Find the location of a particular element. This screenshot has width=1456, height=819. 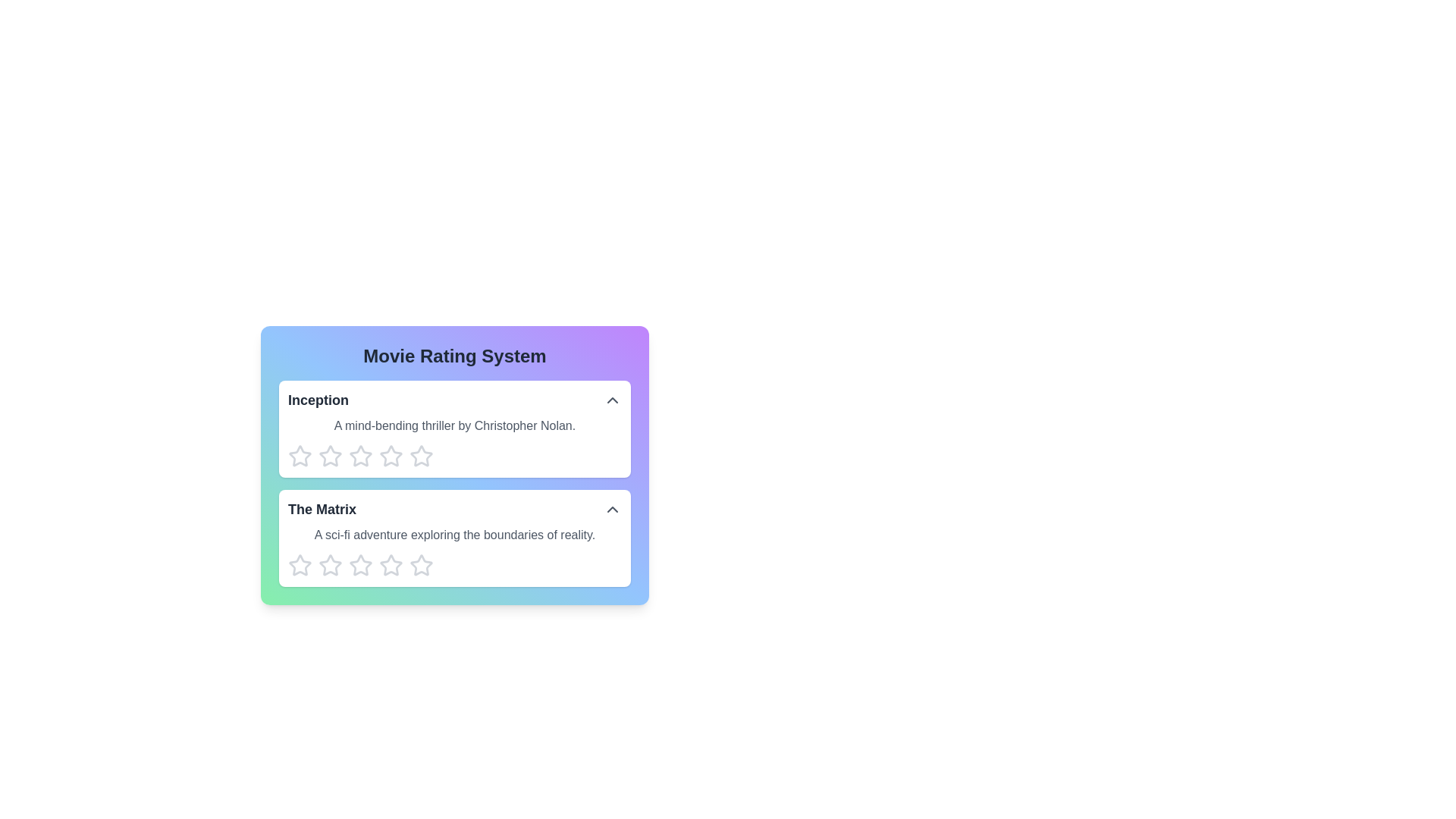

the second star icon used for rating the movie 'The Matrix' is located at coordinates (359, 565).